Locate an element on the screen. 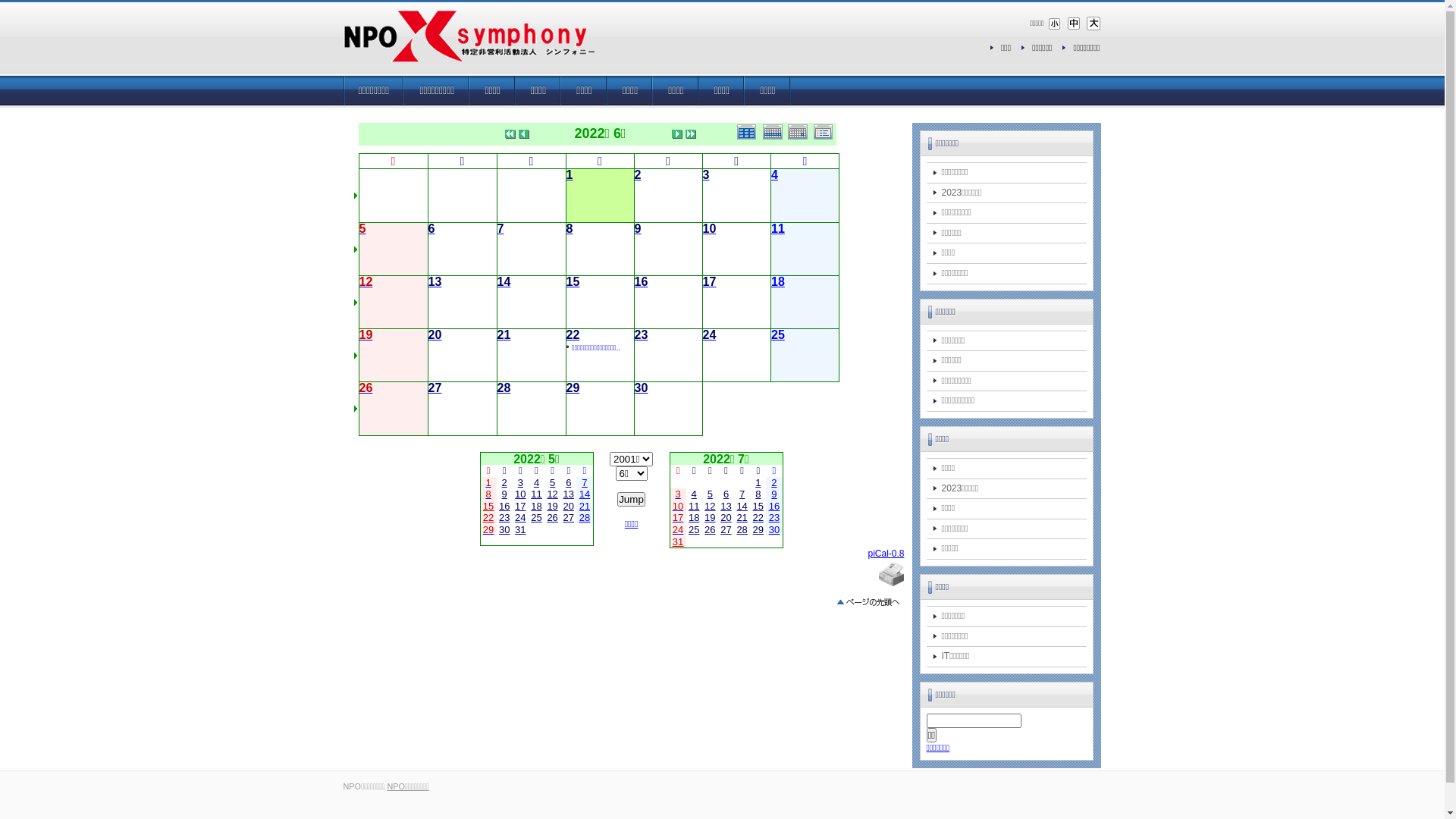  '2' is located at coordinates (637, 174).